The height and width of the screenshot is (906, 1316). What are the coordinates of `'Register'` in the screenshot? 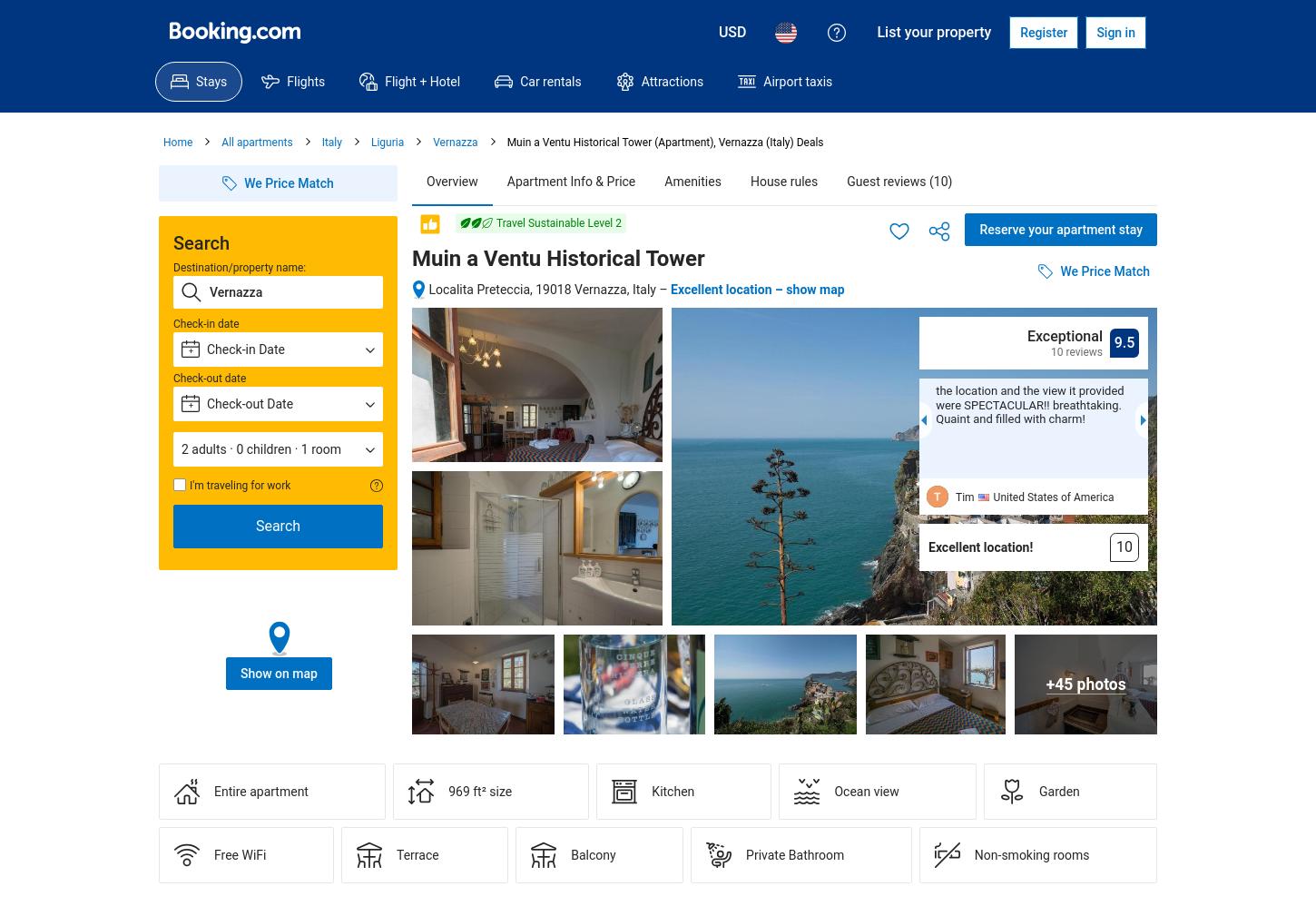 It's located at (1019, 33).